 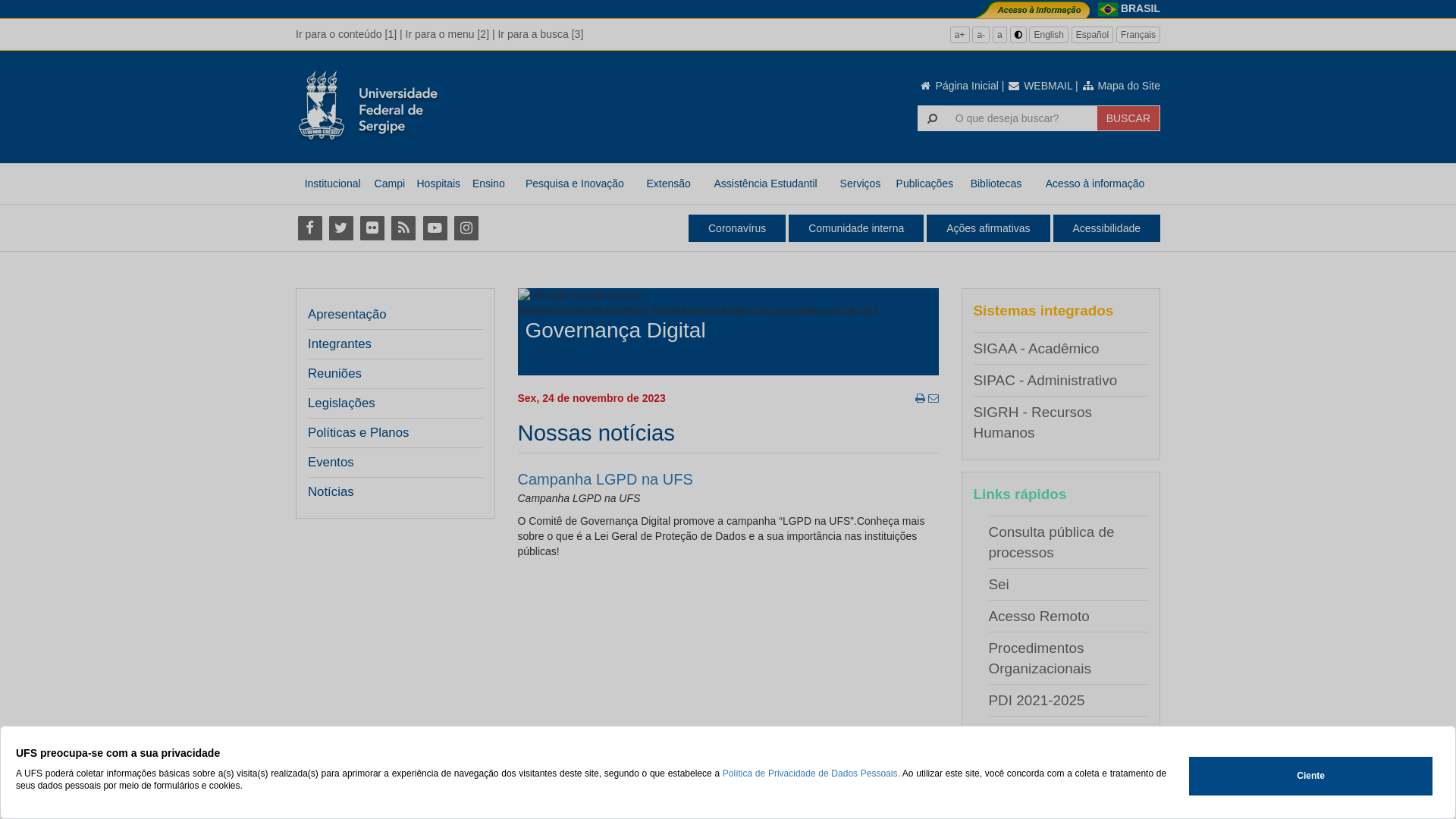 What do you see at coordinates (465, 227) in the screenshot?
I see `'Instagram'` at bounding box center [465, 227].